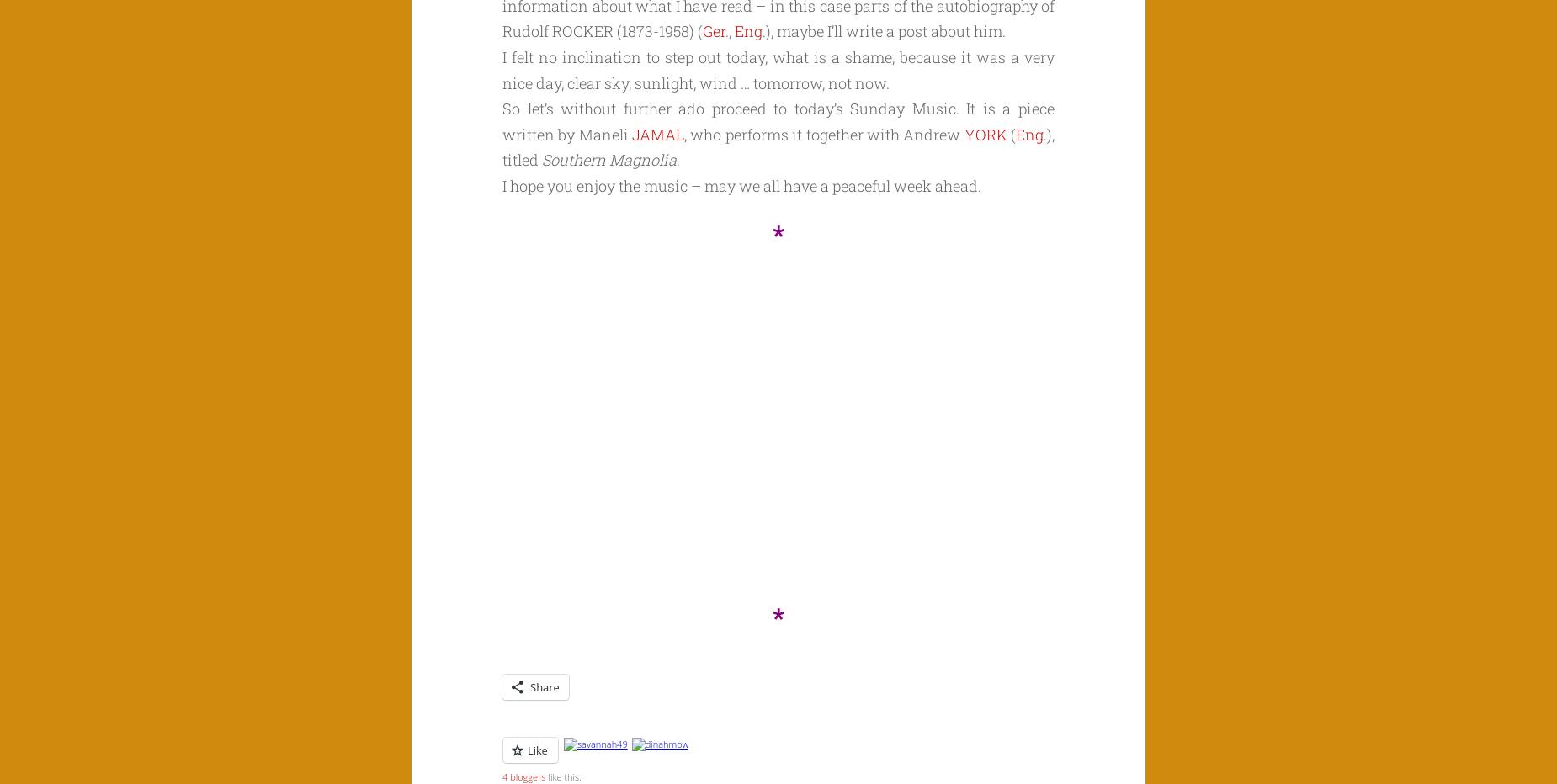  Describe the element at coordinates (778, 119) in the screenshot. I see `'So let’s without further ado proceed to today’s Sunday Music. It is a piece written by Maneli'` at that location.